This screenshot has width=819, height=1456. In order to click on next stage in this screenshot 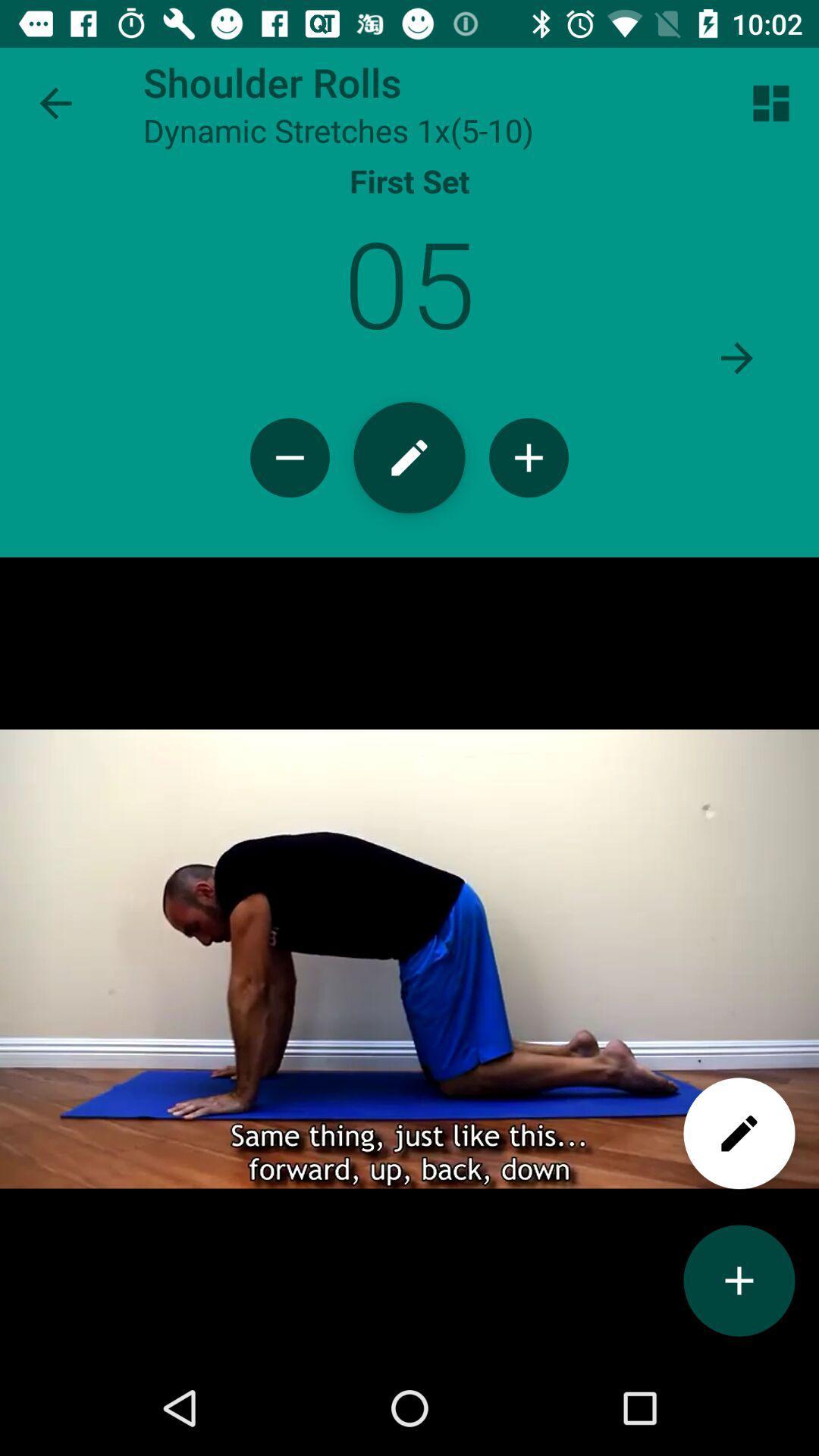, I will do `click(736, 357)`.